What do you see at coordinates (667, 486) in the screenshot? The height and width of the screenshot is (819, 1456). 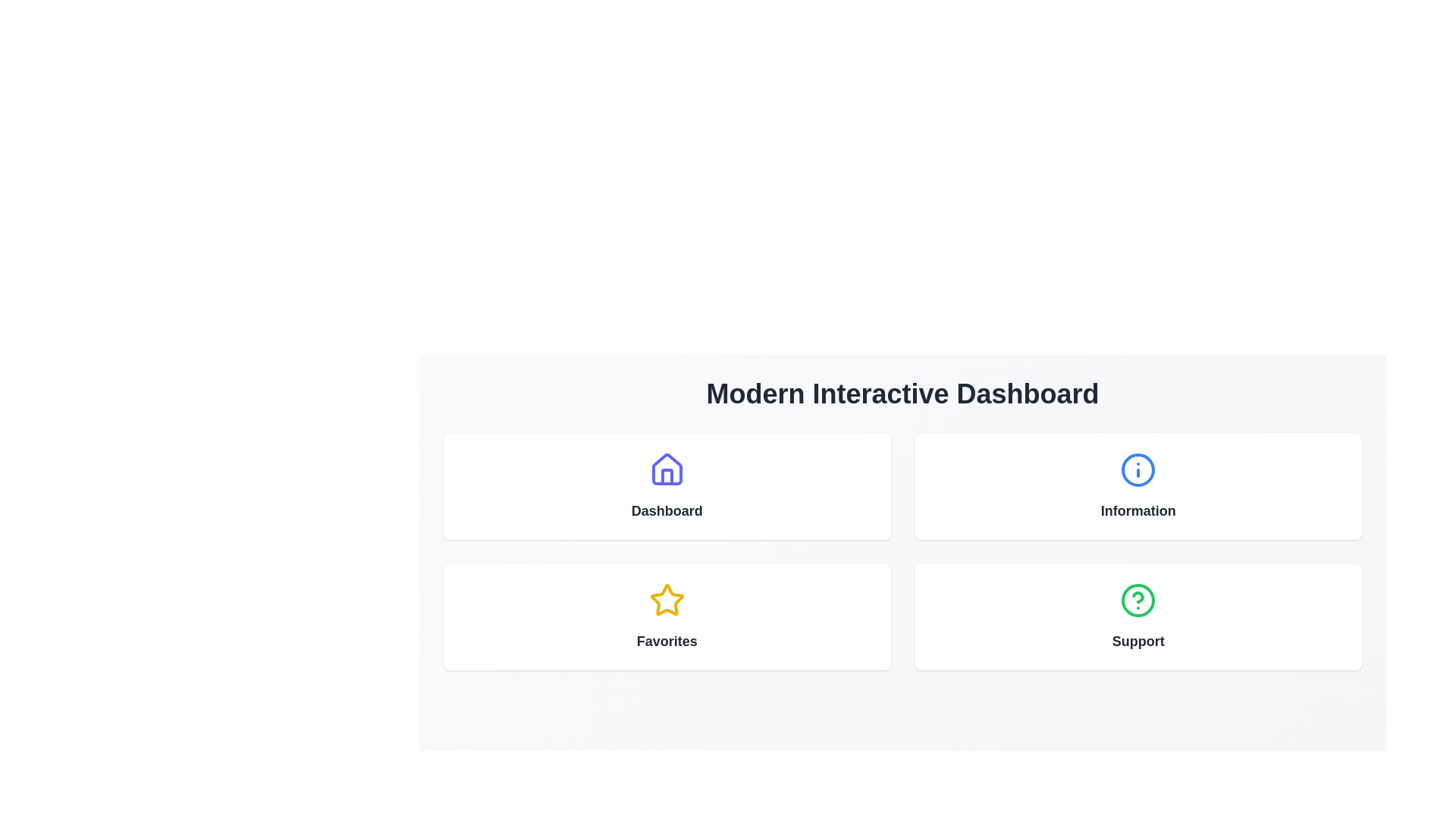 I see `the Navigation Card, which features a house icon and the title 'Dashboard' in a grid layout as the first card` at bounding box center [667, 486].